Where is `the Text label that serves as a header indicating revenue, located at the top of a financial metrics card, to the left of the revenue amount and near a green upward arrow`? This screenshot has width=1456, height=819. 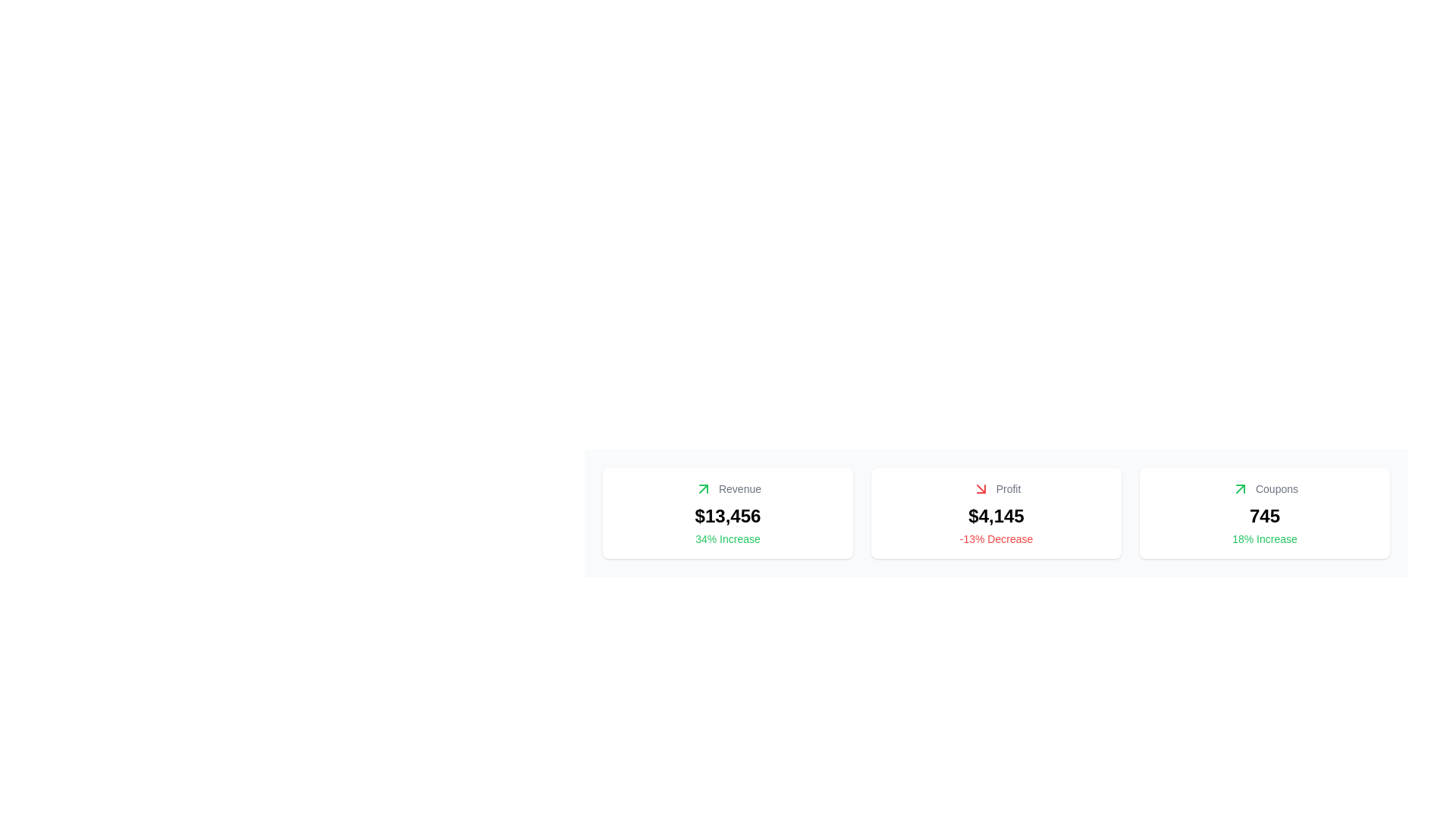
the Text label that serves as a header indicating revenue, located at the top of a financial metrics card, to the left of the revenue amount and near a green upward arrow is located at coordinates (728, 488).